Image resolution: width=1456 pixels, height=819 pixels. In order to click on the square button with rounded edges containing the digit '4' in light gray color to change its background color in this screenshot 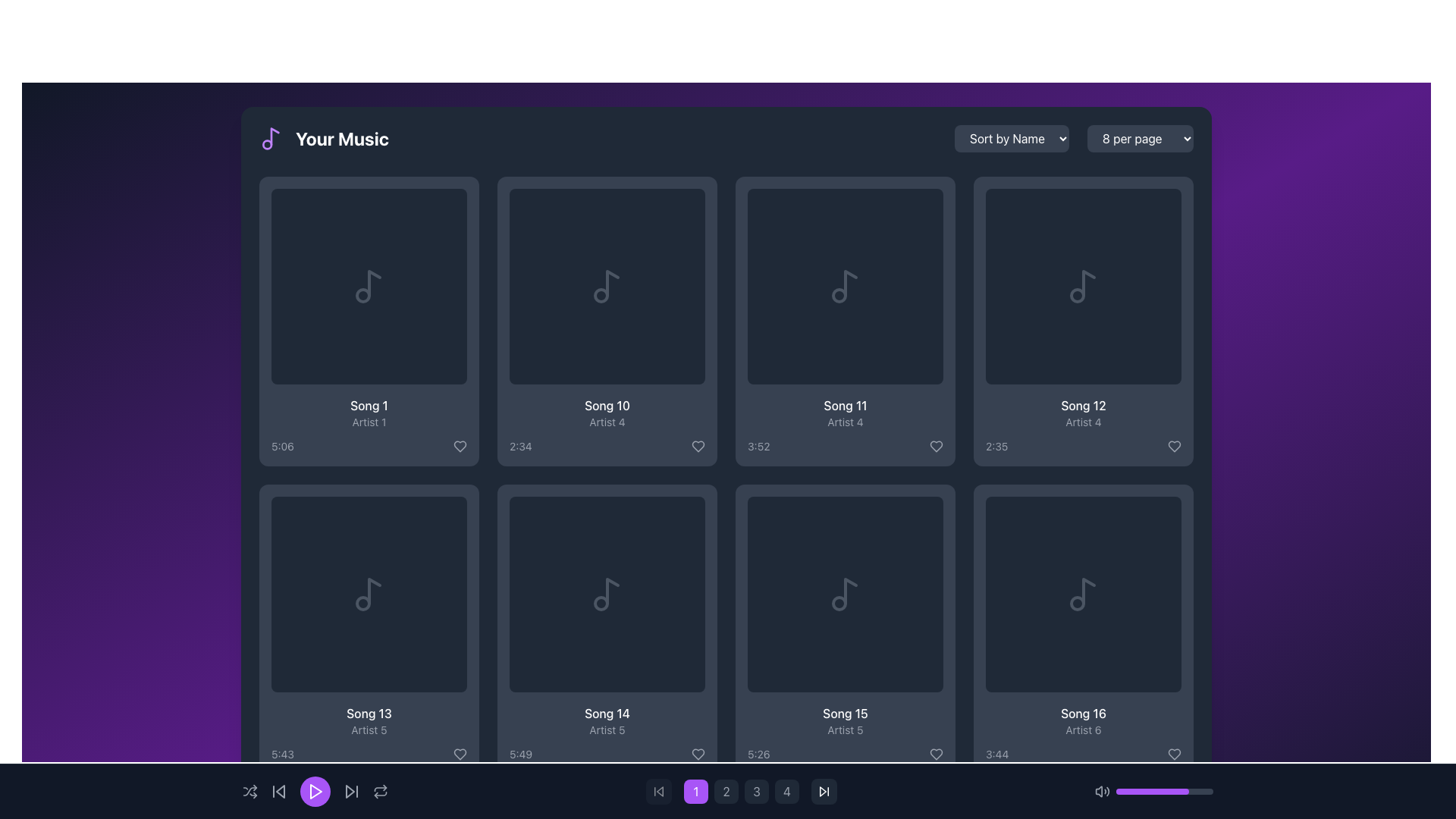, I will do `click(786, 791)`.